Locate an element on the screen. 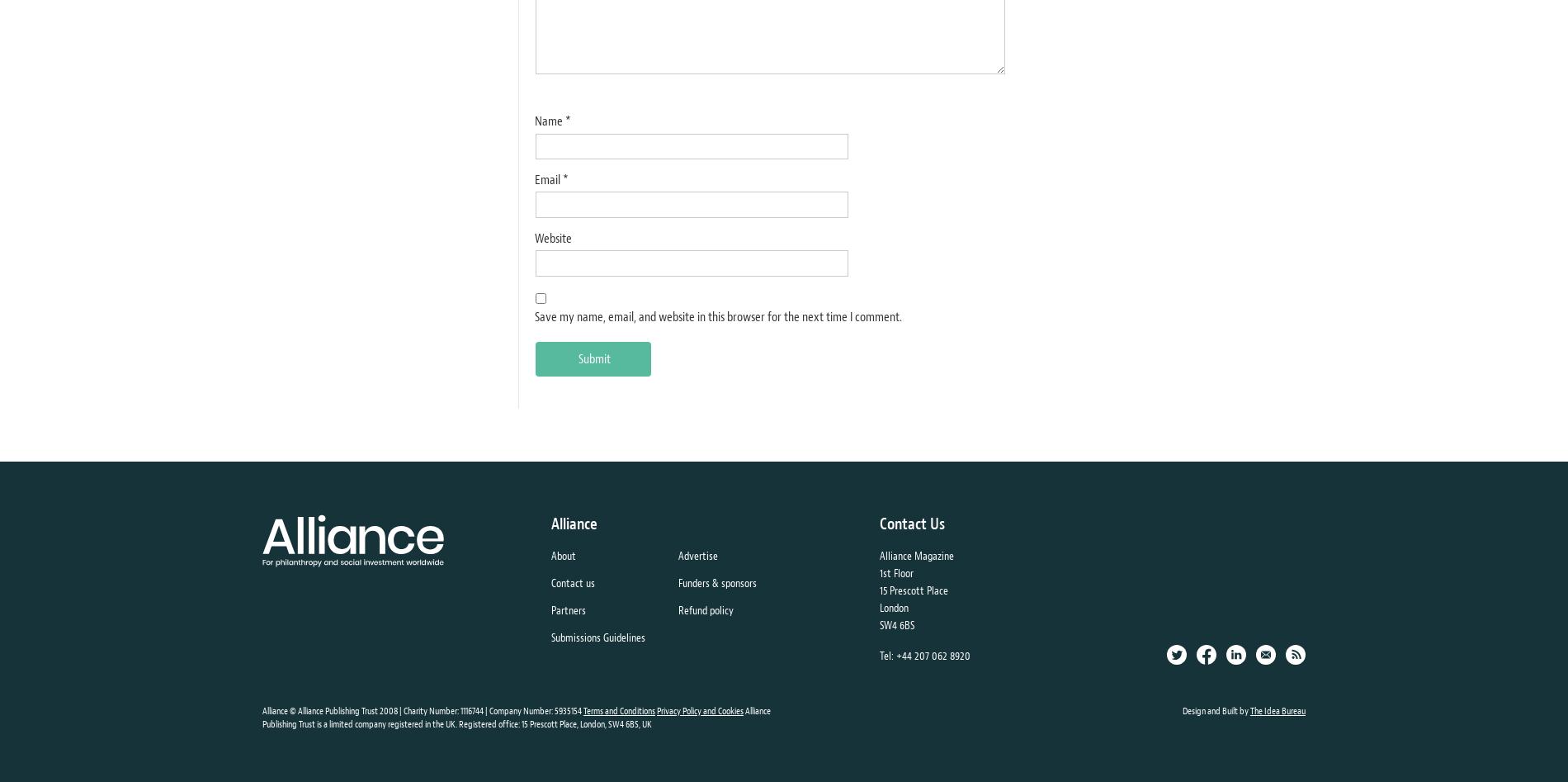 The height and width of the screenshot is (782, 1568). 'Refund policy' is located at coordinates (705, 609).